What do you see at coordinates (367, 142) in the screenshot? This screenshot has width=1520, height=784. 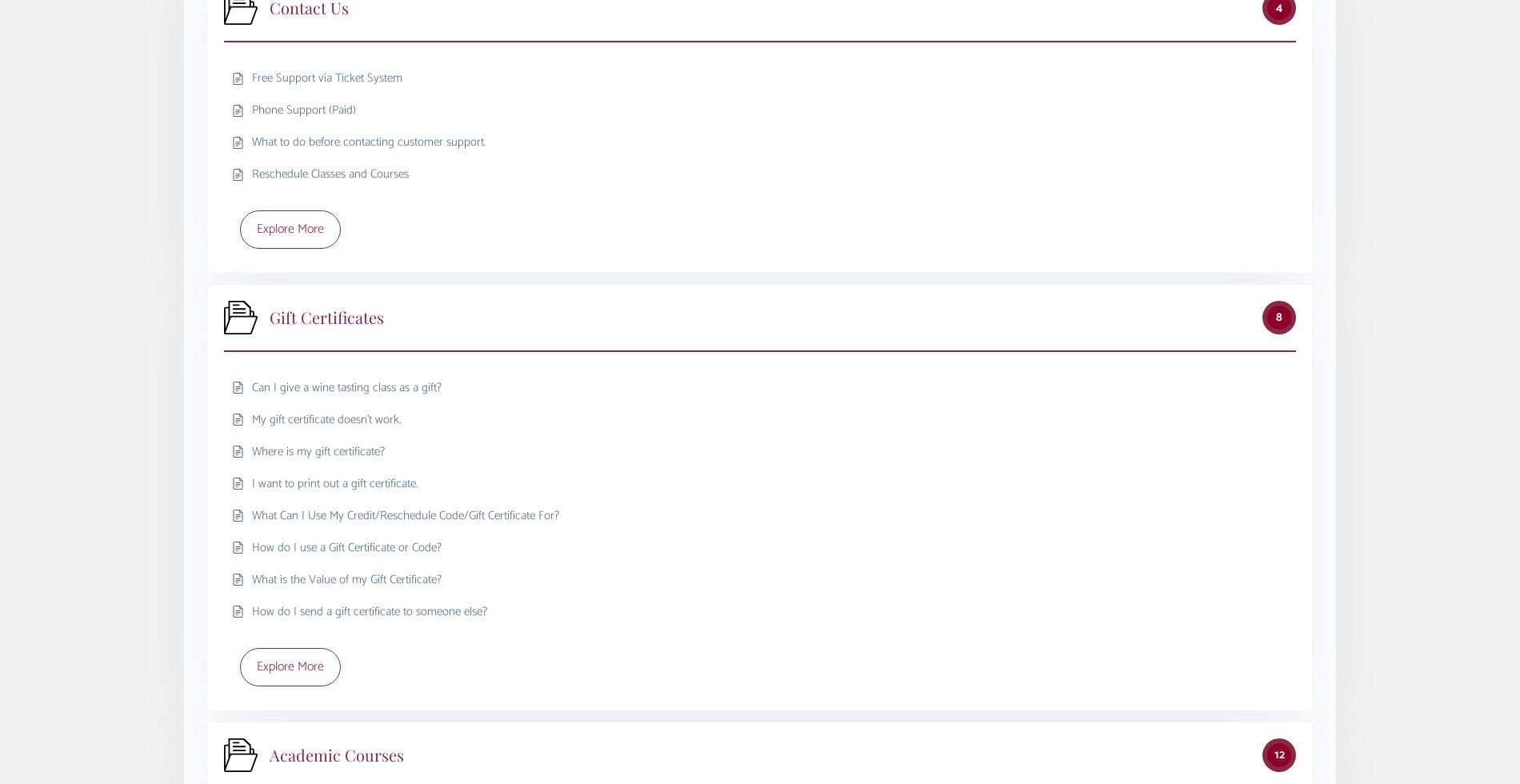 I see `'What to do before contacting customer support.'` at bounding box center [367, 142].